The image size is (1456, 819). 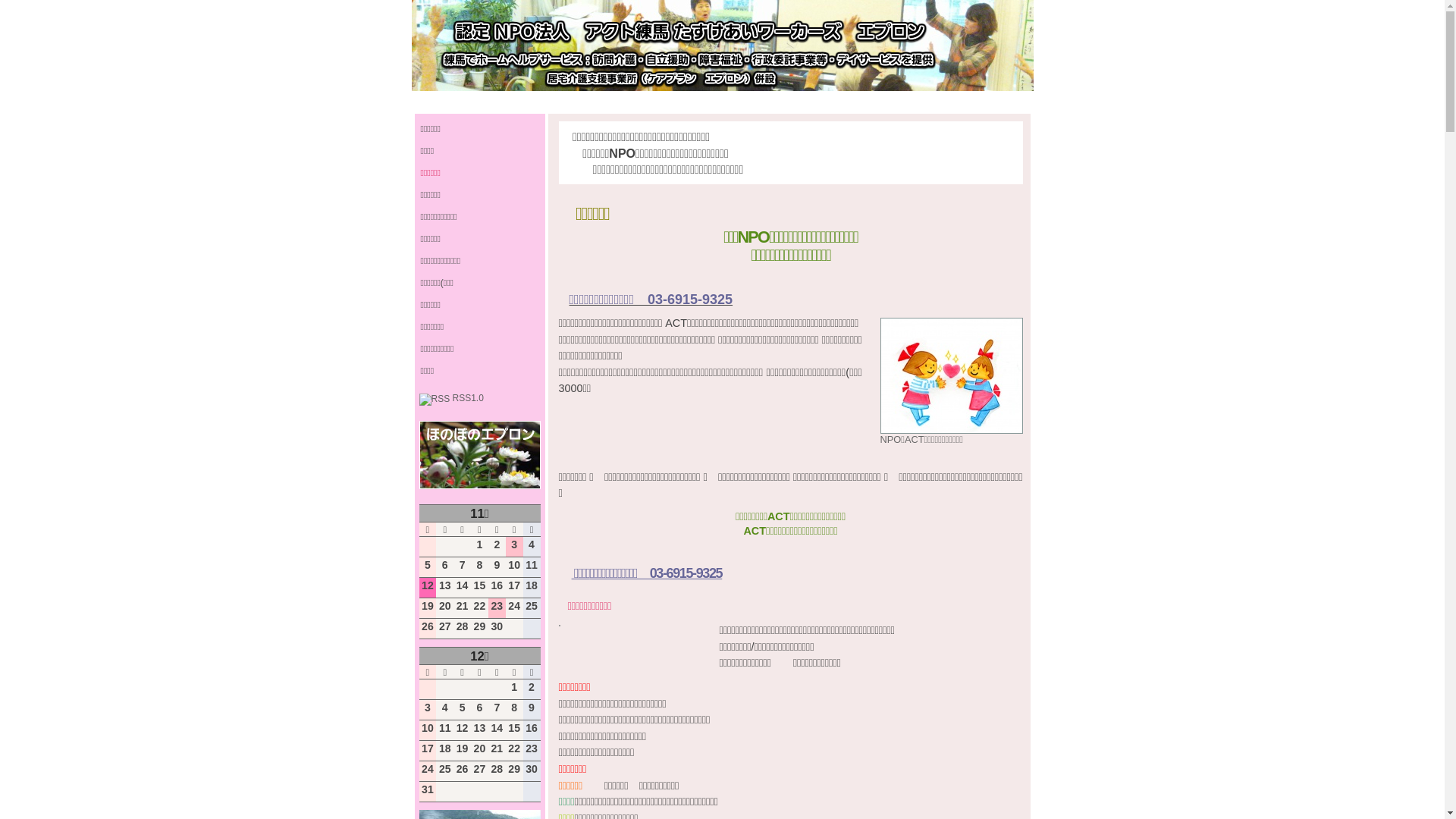 What do you see at coordinates (450, 397) in the screenshot?
I see `' RSS1.0'` at bounding box center [450, 397].